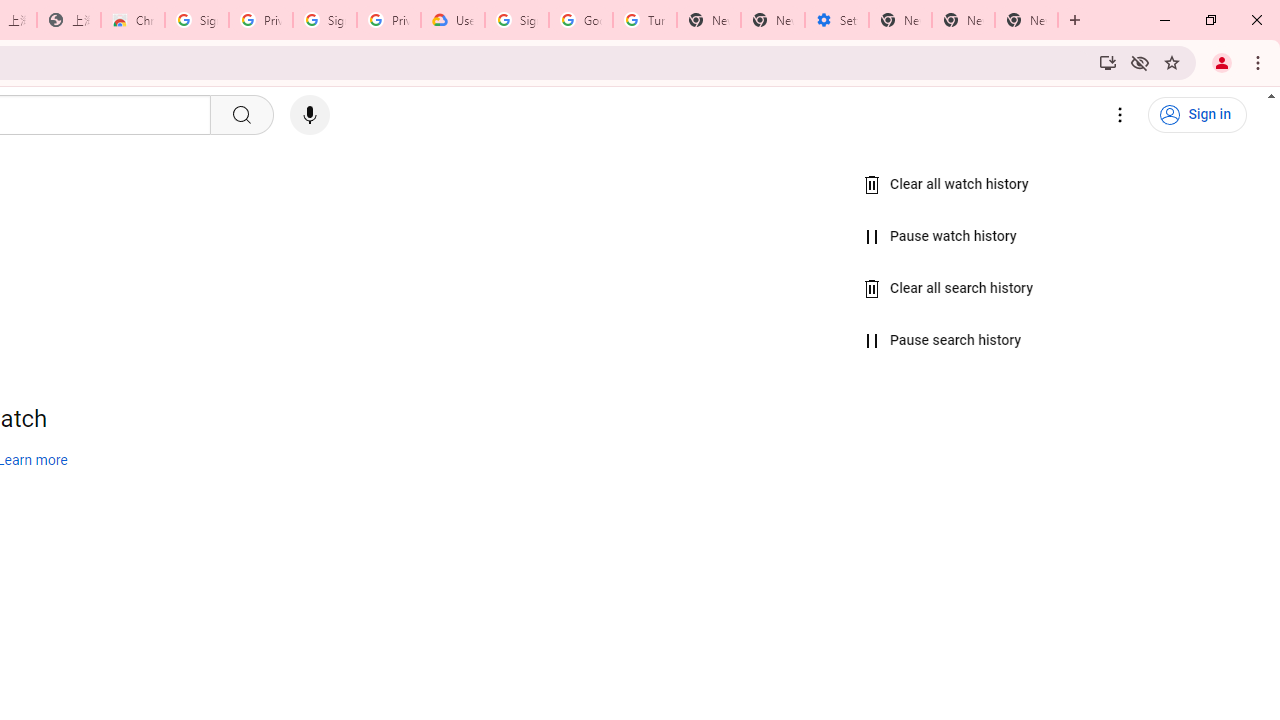 This screenshot has width=1280, height=720. What do you see at coordinates (308, 115) in the screenshot?
I see `'Search with your voice'` at bounding box center [308, 115].